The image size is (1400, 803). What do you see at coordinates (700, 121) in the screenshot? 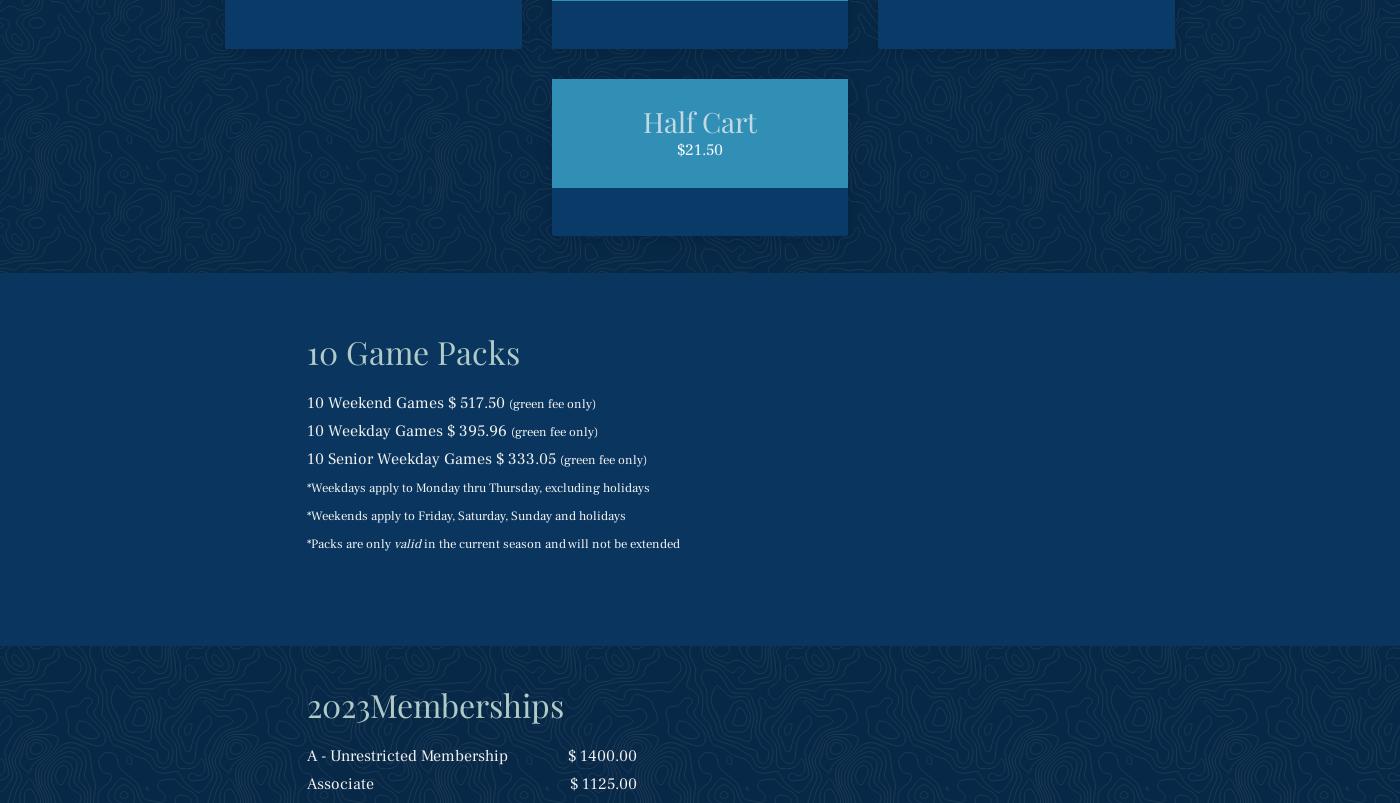
I see `'Half Cart'` at bounding box center [700, 121].